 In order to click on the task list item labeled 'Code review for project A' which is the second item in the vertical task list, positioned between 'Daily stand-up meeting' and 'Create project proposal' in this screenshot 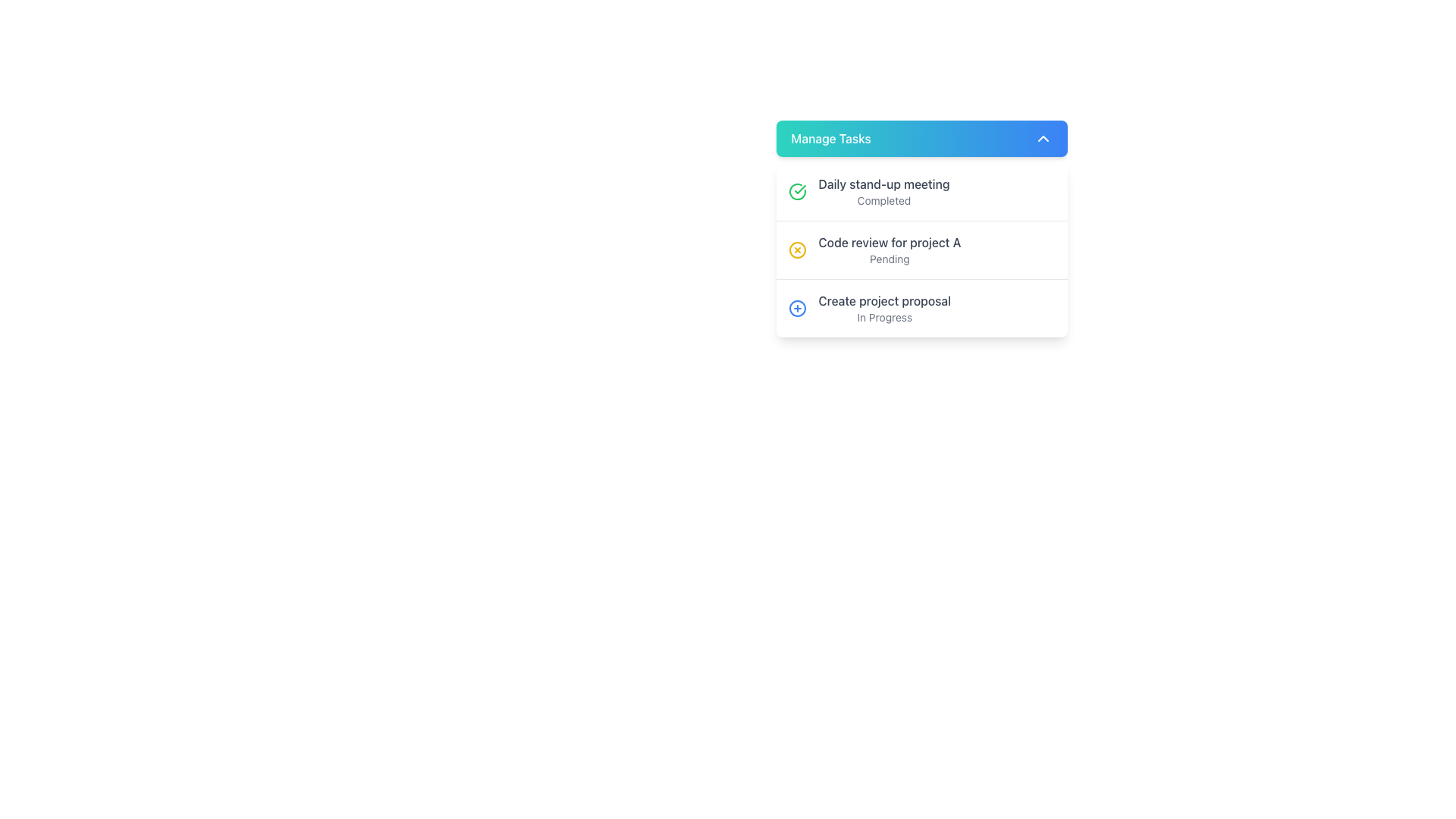, I will do `click(921, 249)`.